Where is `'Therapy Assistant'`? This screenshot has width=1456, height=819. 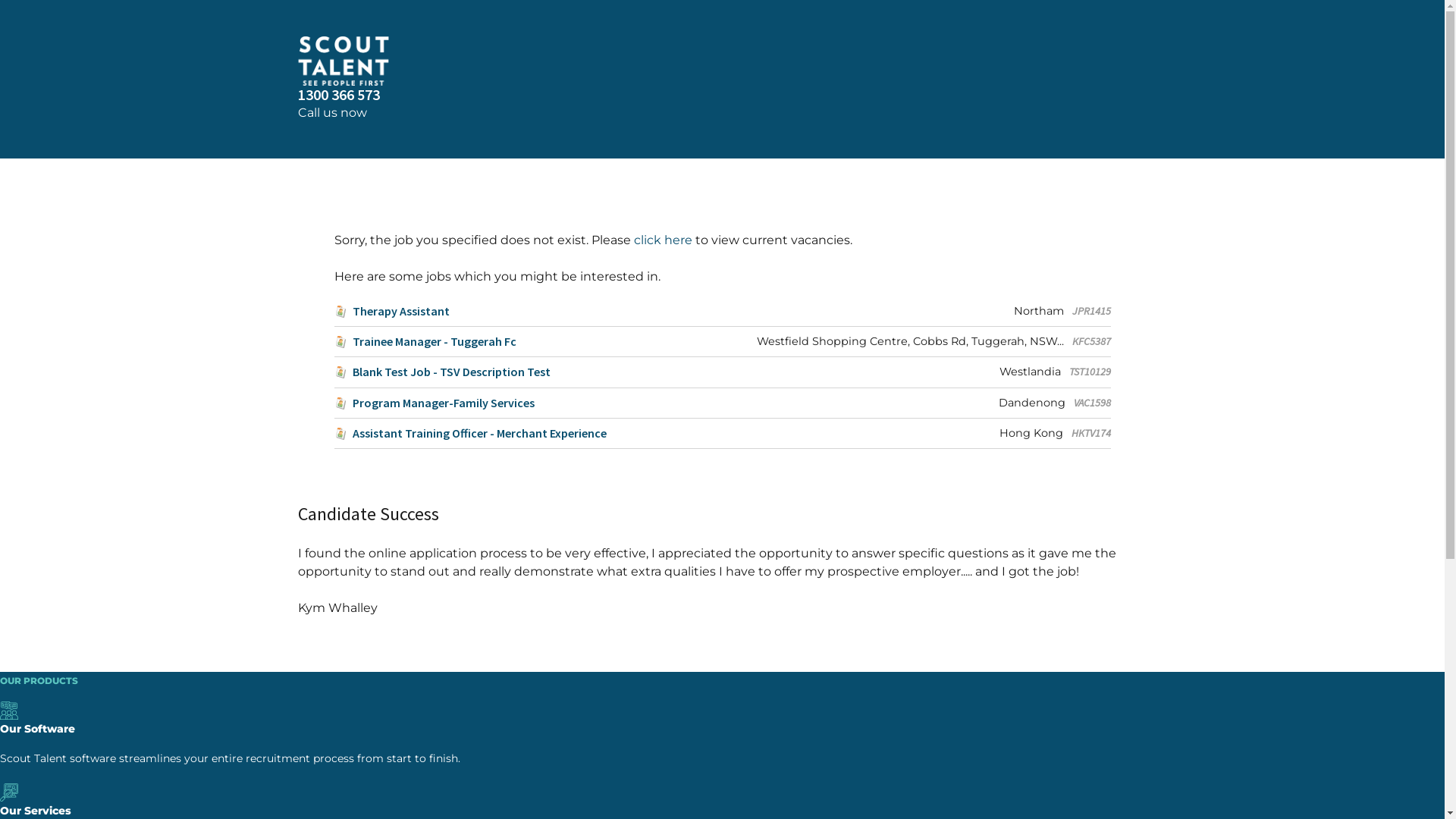 'Therapy Assistant' is located at coordinates (391, 310).